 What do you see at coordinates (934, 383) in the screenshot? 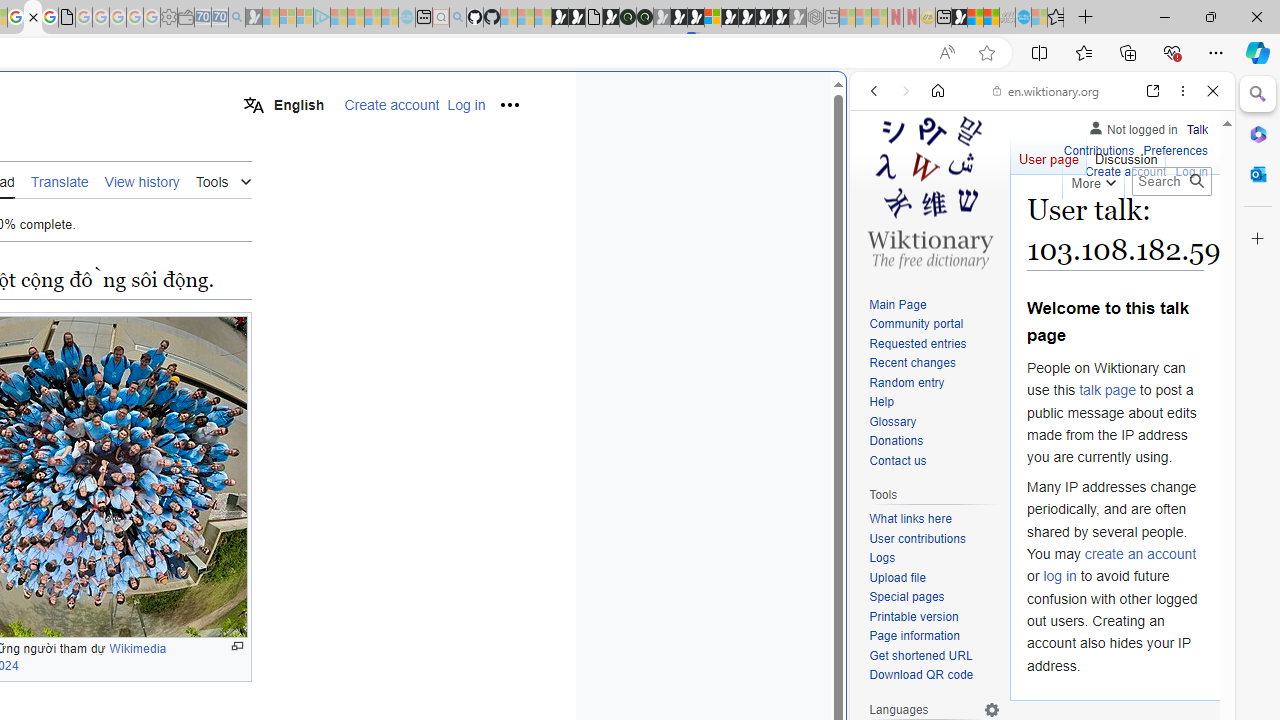
I see `'Random entry'` at bounding box center [934, 383].